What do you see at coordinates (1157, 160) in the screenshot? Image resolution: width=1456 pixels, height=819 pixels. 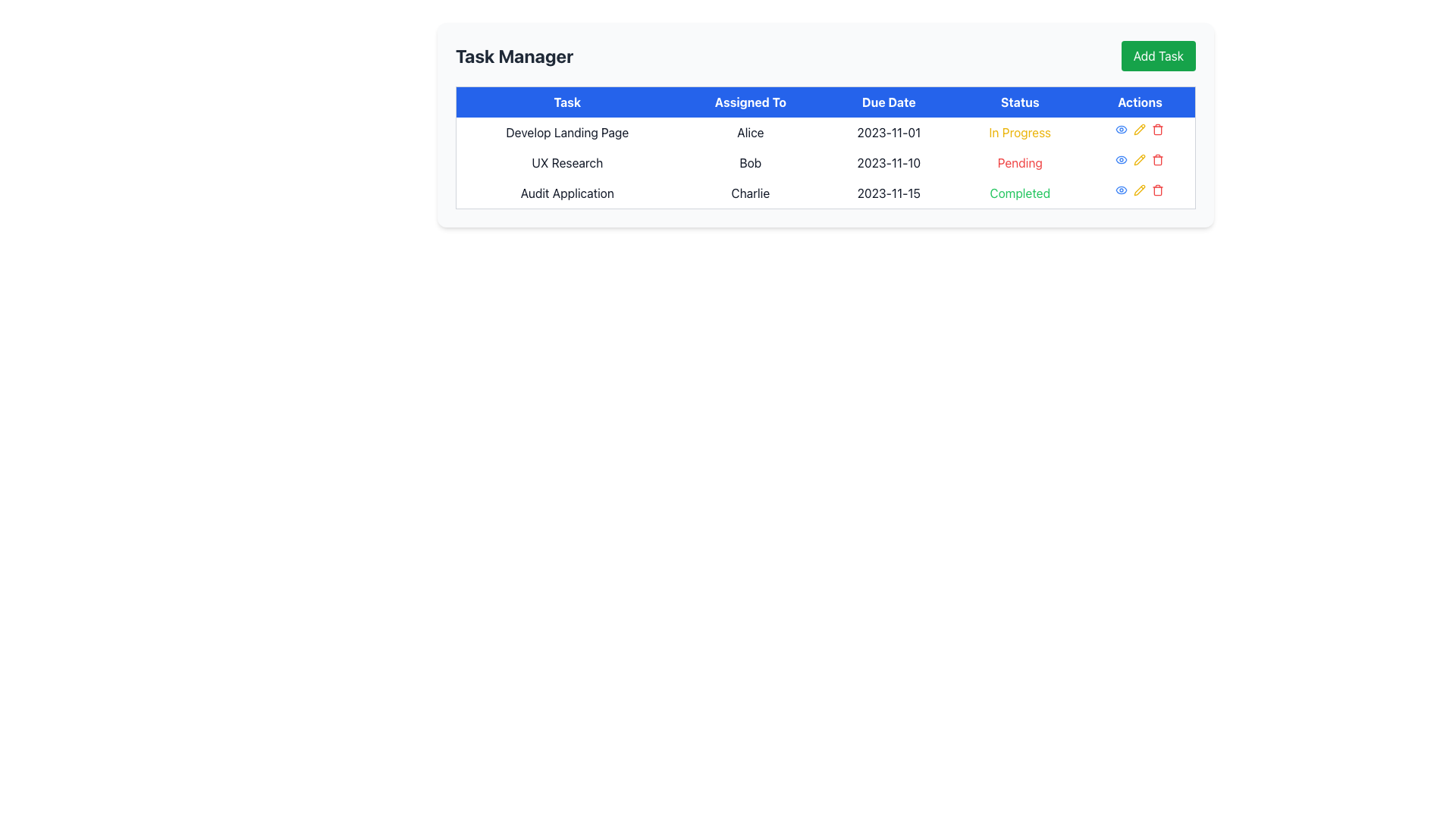 I see `the third interactive icon in the 'Actions' column of the second row to initiate the delete action` at bounding box center [1157, 160].